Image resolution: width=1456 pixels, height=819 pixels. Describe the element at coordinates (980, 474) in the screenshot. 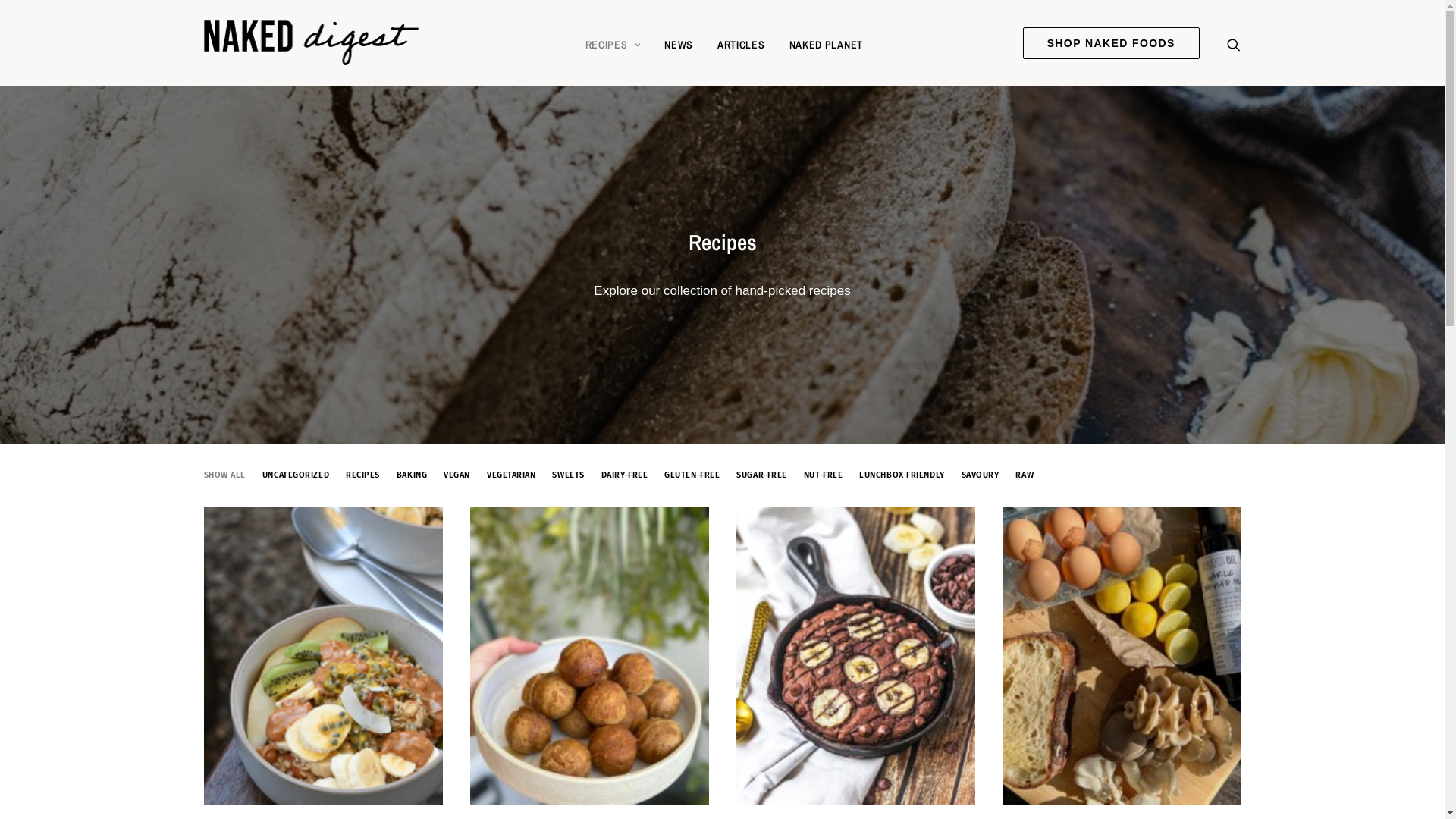

I see `'SAVOURY'` at that location.